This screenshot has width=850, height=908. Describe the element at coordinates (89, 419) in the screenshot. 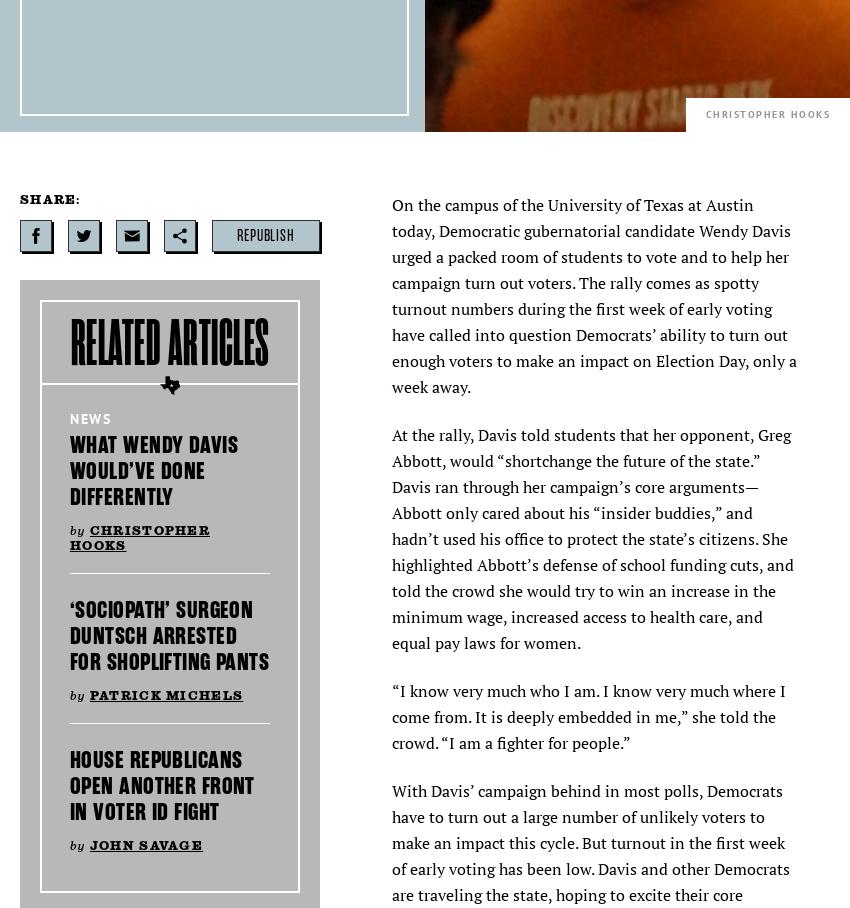

I see `'News'` at that location.